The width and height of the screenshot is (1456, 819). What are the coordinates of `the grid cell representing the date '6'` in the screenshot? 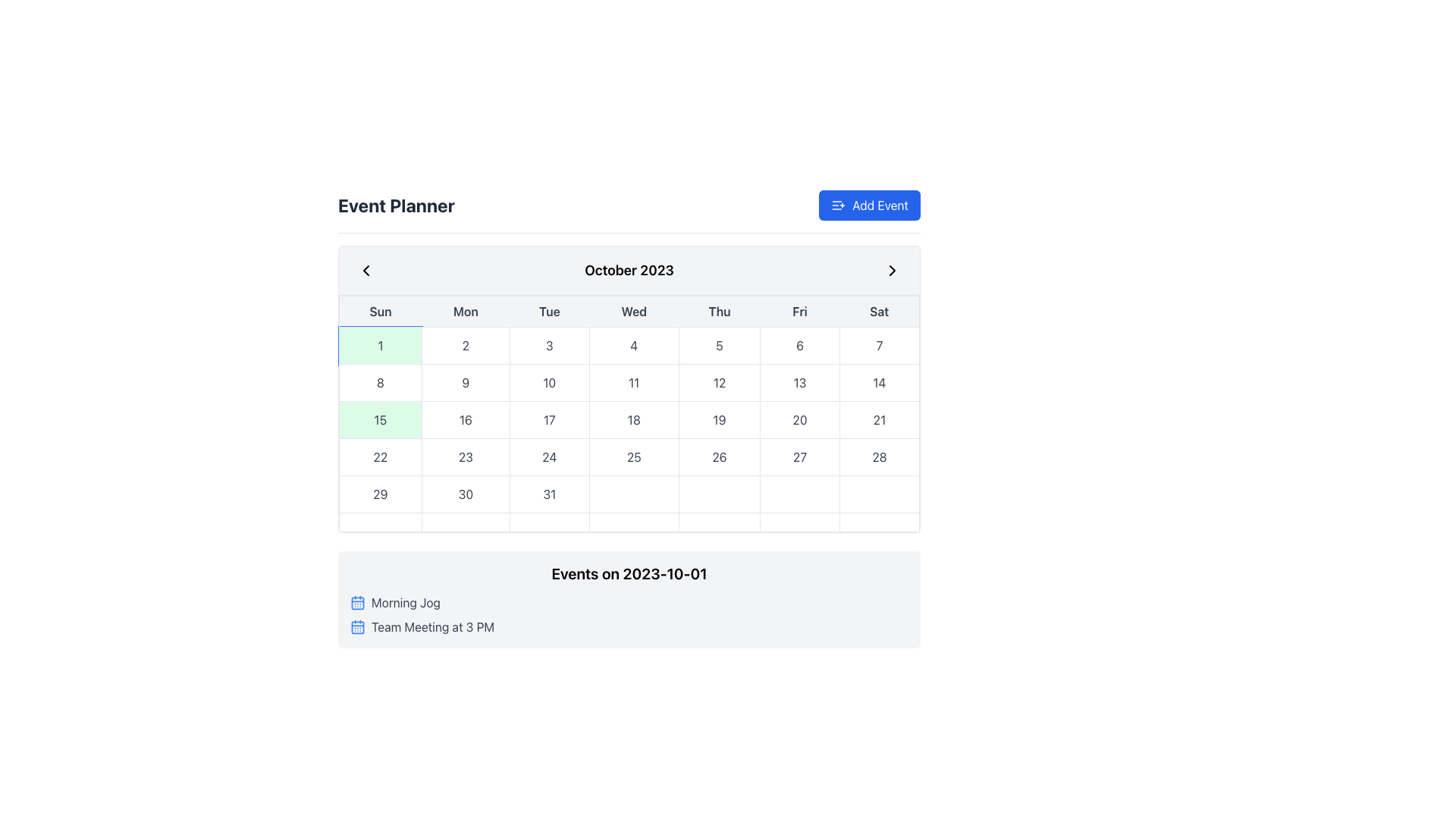 It's located at (799, 345).